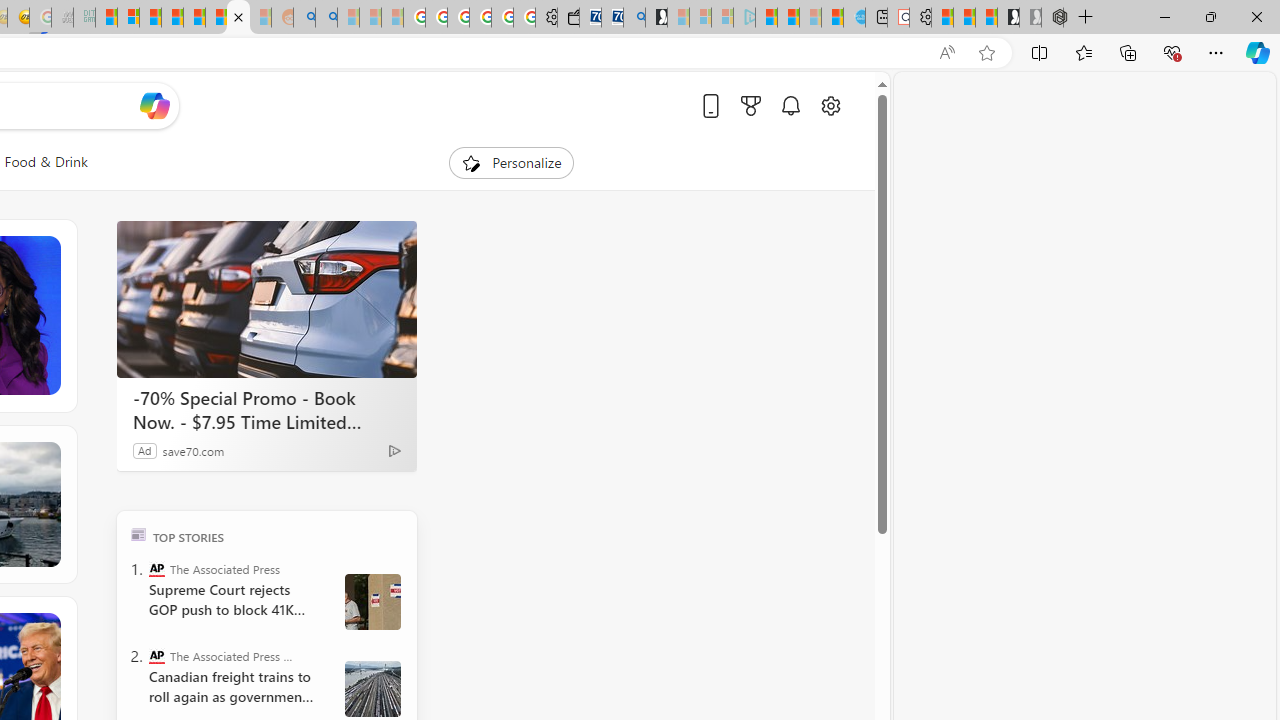  What do you see at coordinates (373, 688) in the screenshot?
I see `' Canada Railroads Unions'` at bounding box center [373, 688].